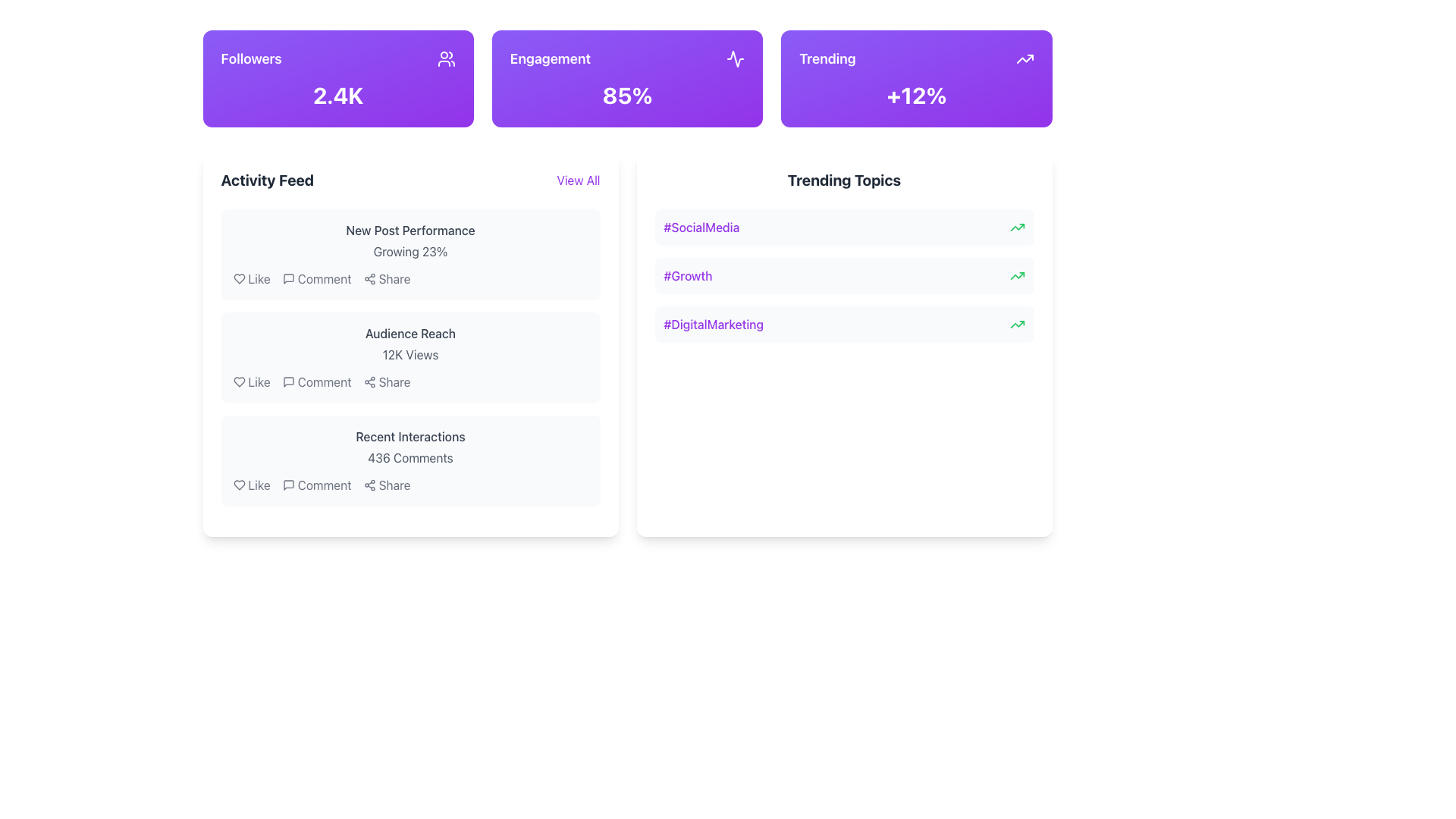 The image size is (1456, 819). Describe the element at coordinates (288, 485) in the screenshot. I see `the speech bubble outline SVG icon, which is the leftmost component of the 'Comment' button group located below the 'Recent Interactions' section in the activity feed` at that location.